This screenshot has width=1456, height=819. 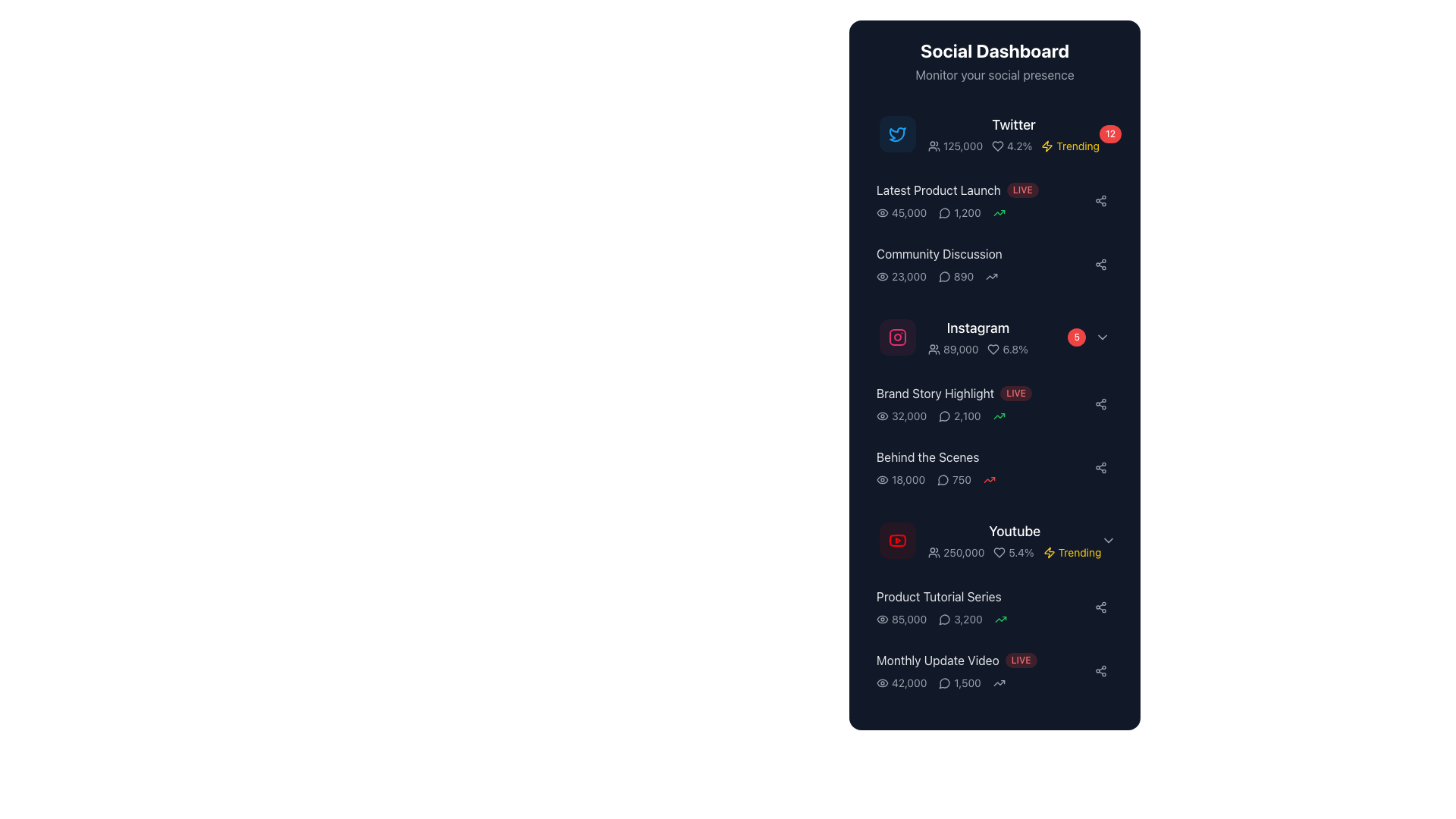 What do you see at coordinates (999, 553) in the screenshot?
I see `the heart-shaped icon that is located within the 'Youtube' list item on the social dashboard, specifically preceding the text '5.4%'` at bounding box center [999, 553].